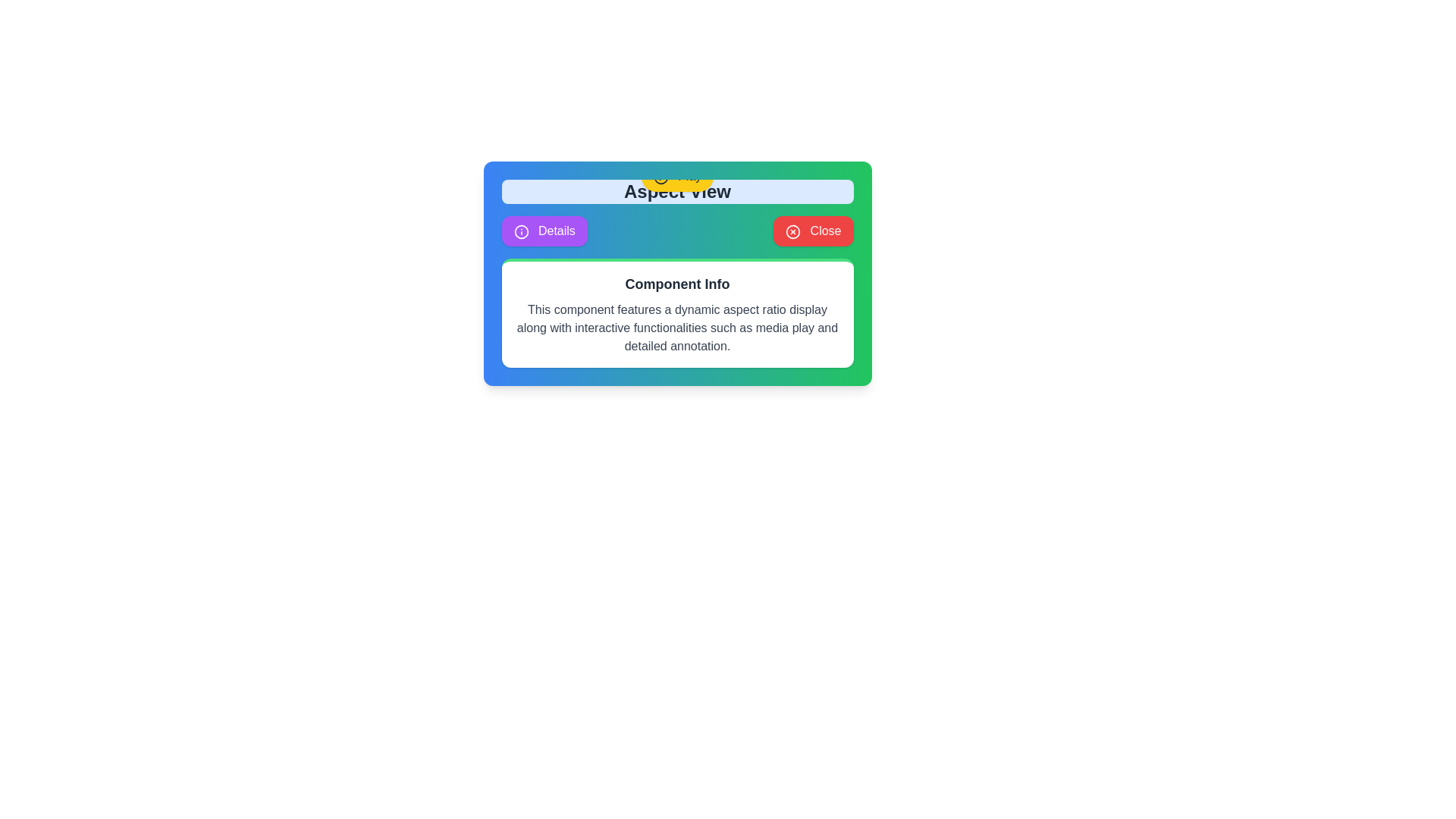  What do you see at coordinates (661, 176) in the screenshot?
I see `the circular icon located centrally in the header section of the 'Aspect view' dialog box, which complements the 'Details' and 'Close' buttons` at bounding box center [661, 176].